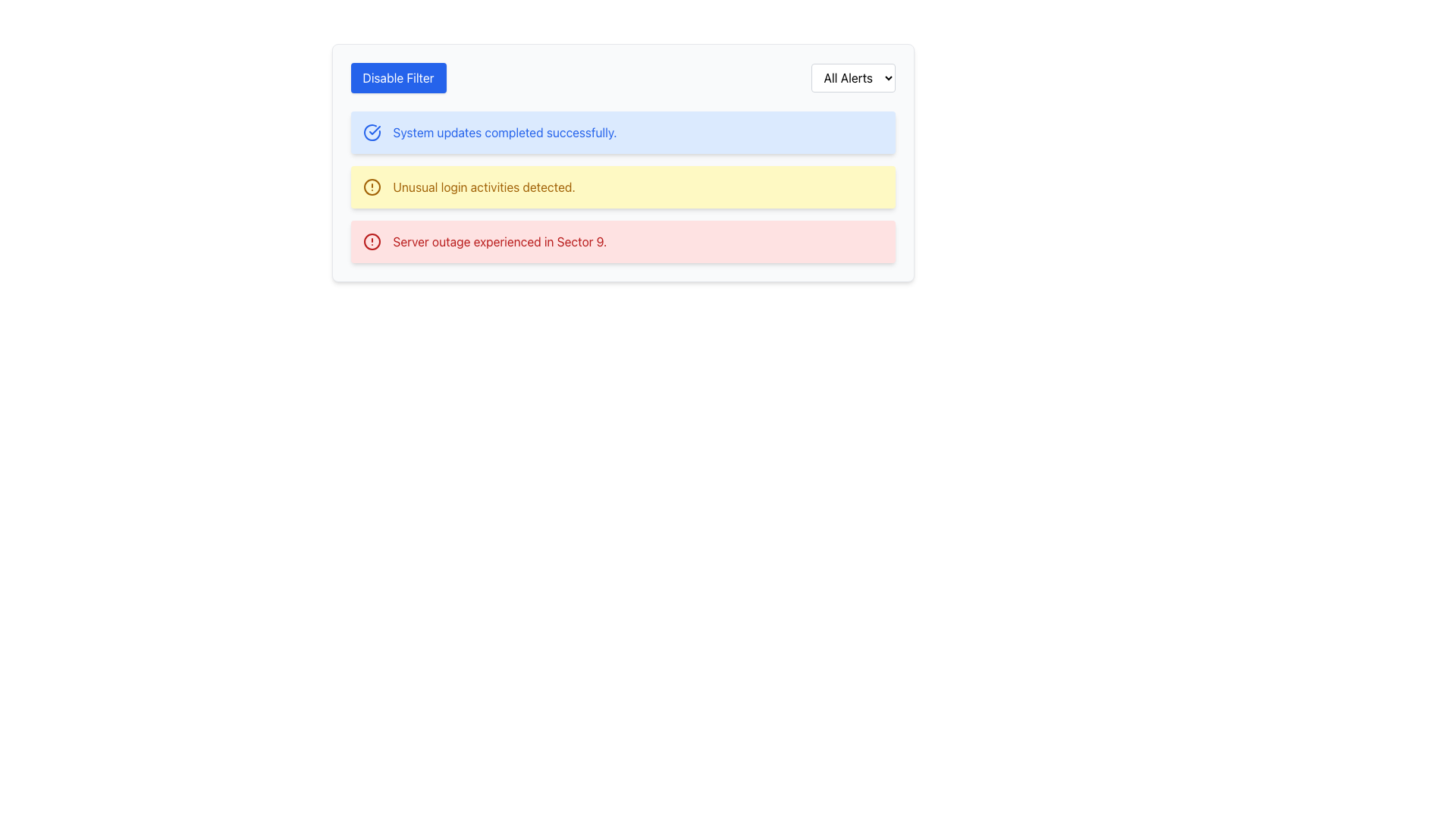 The image size is (1456, 819). I want to click on the circular checkmark icon that indicates successful system updates, located adjacent to the notification text 'System updates completed successfully.', so click(372, 131).